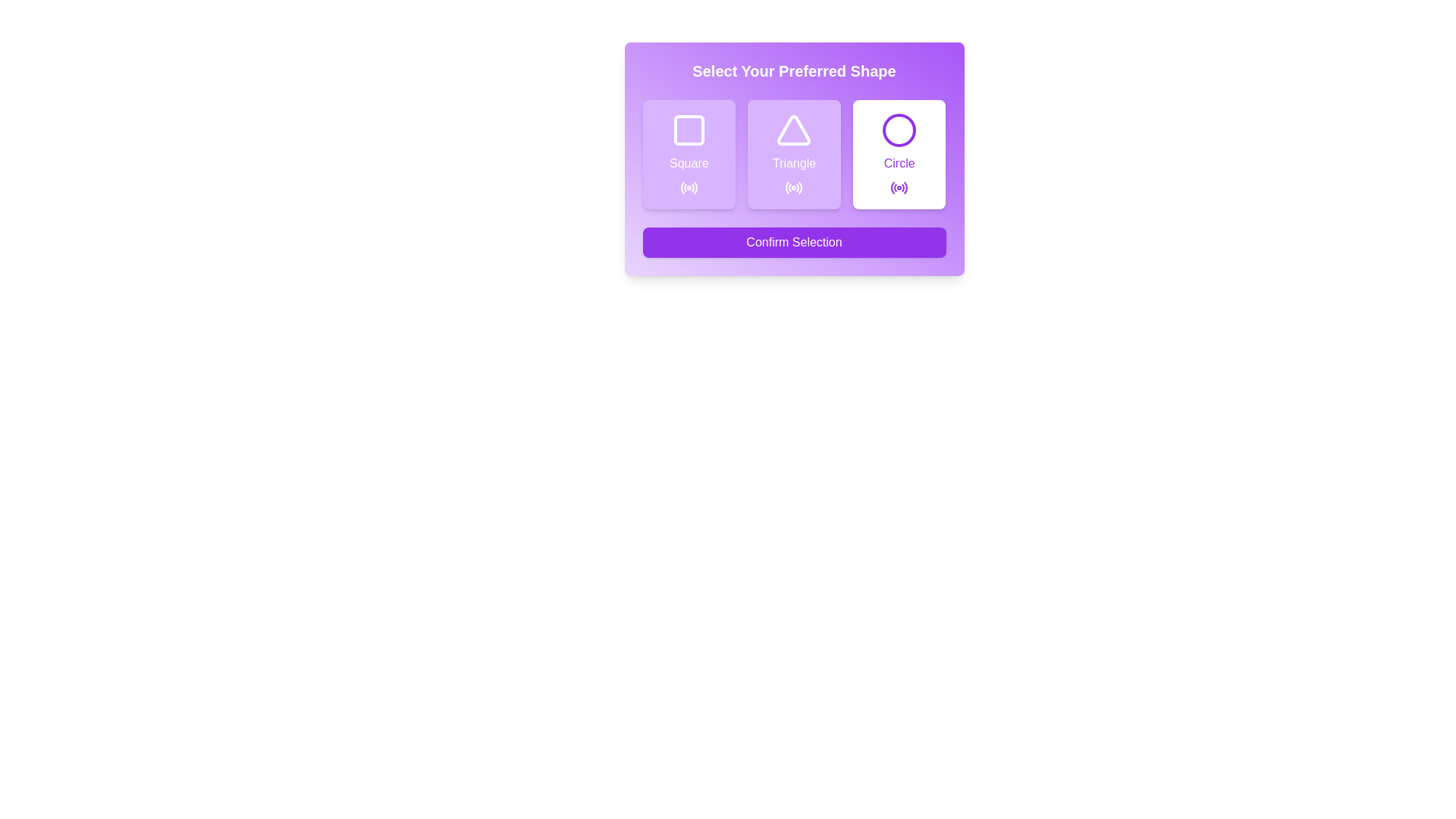  What do you see at coordinates (899, 164) in the screenshot?
I see `the text label displaying 'Circle' in purple font, located underneath the circle icon in the third group of shape selection options` at bounding box center [899, 164].